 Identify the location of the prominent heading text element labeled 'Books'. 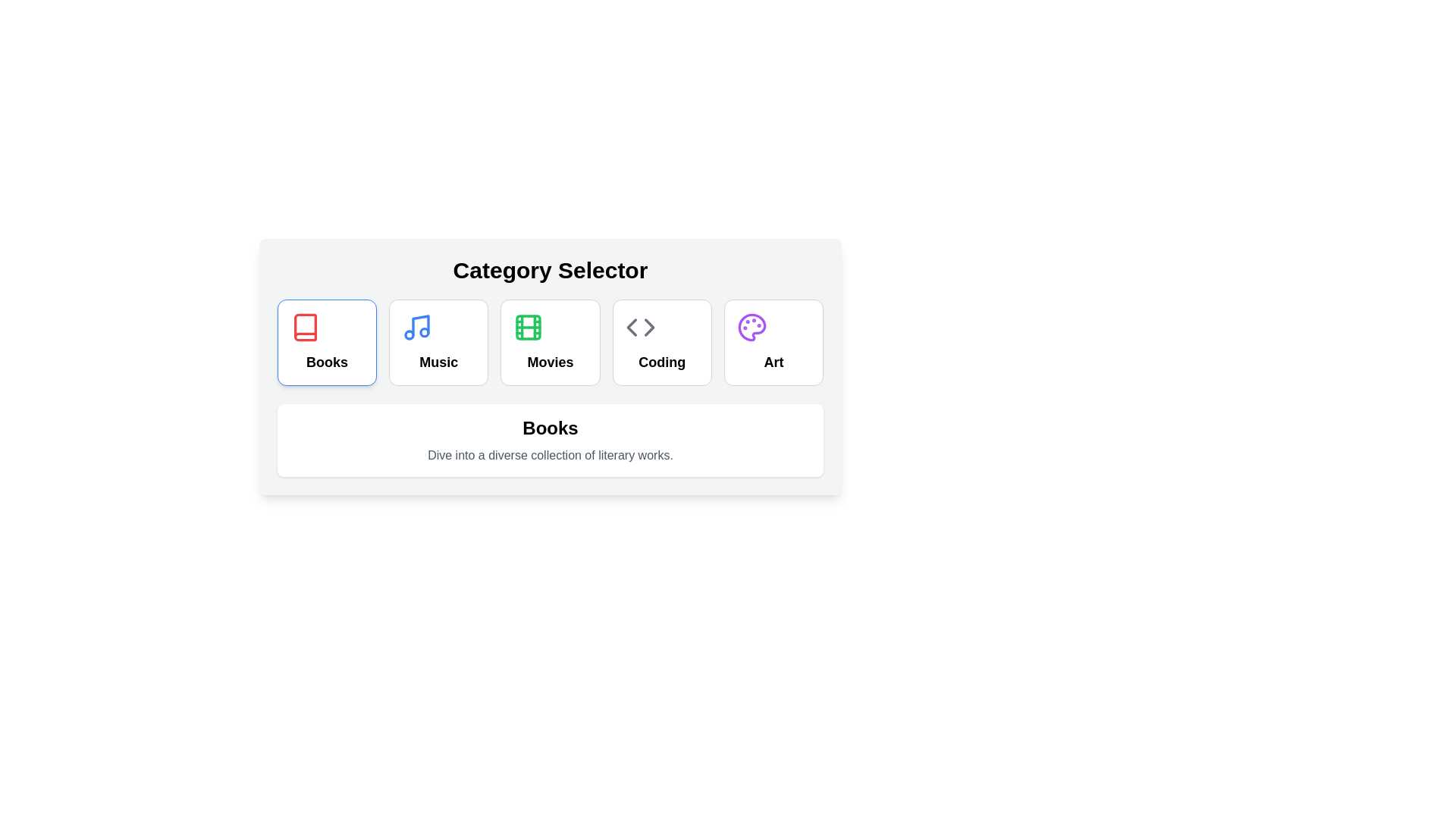
(549, 428).